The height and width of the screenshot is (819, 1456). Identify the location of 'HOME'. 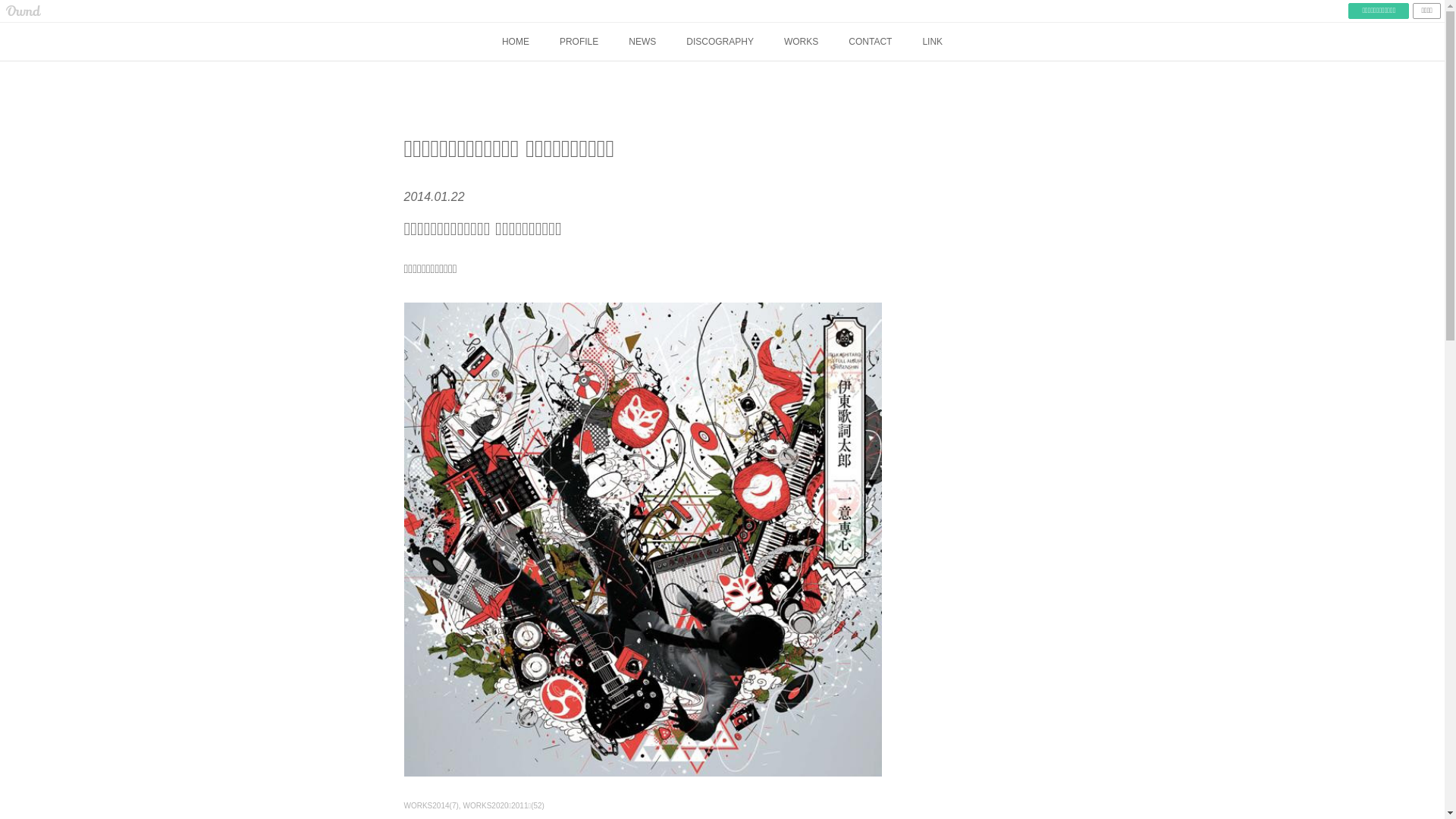
(516, 40).